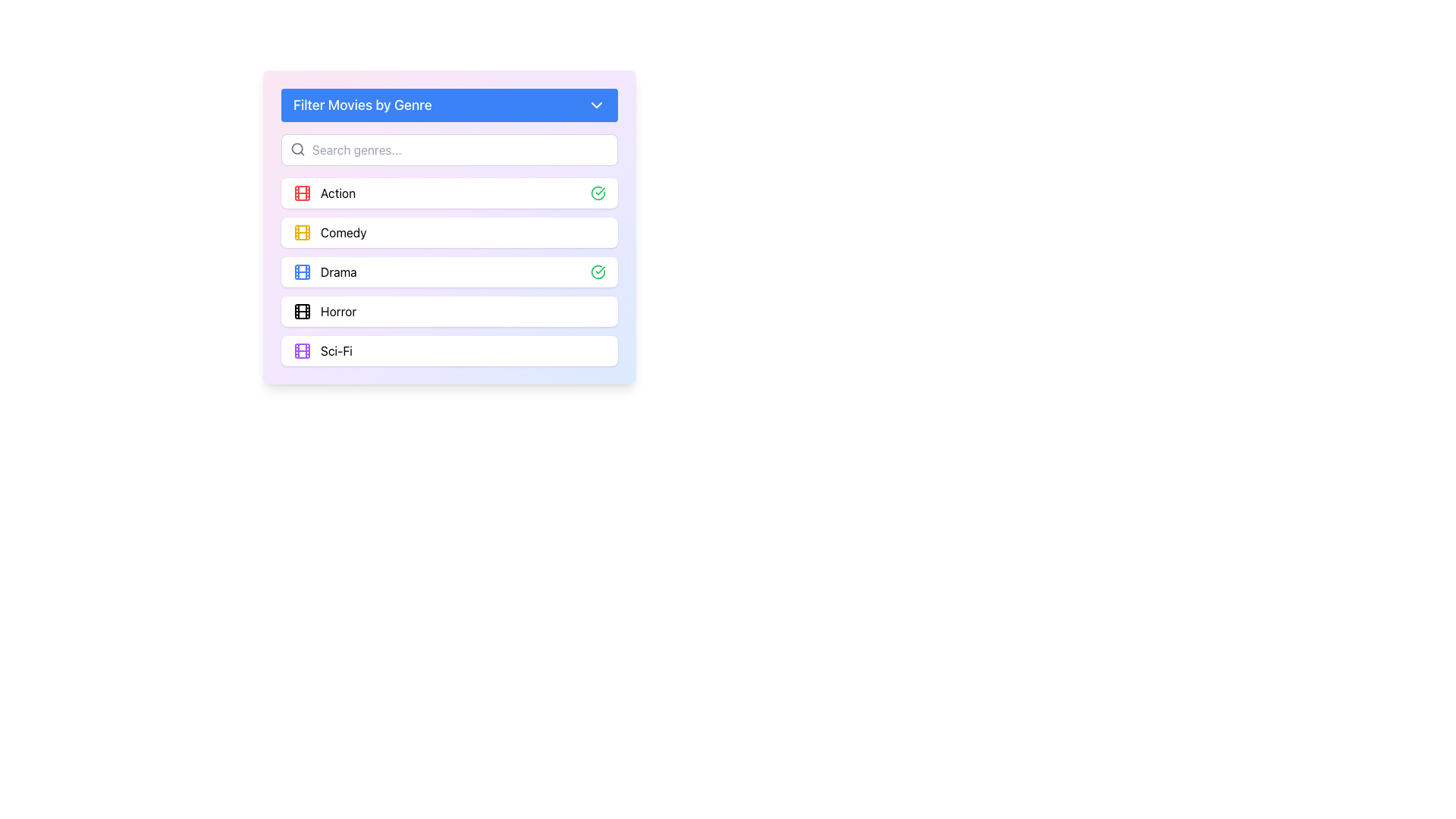 The width and height of the screenshot is (1456, 819). Describe the element at coordinates (323, 192) in the screenshot. I see `the 'Action' genre text with icon, which is the first item in the list beneath the 'Filter Movies by Genre' header` at that location.